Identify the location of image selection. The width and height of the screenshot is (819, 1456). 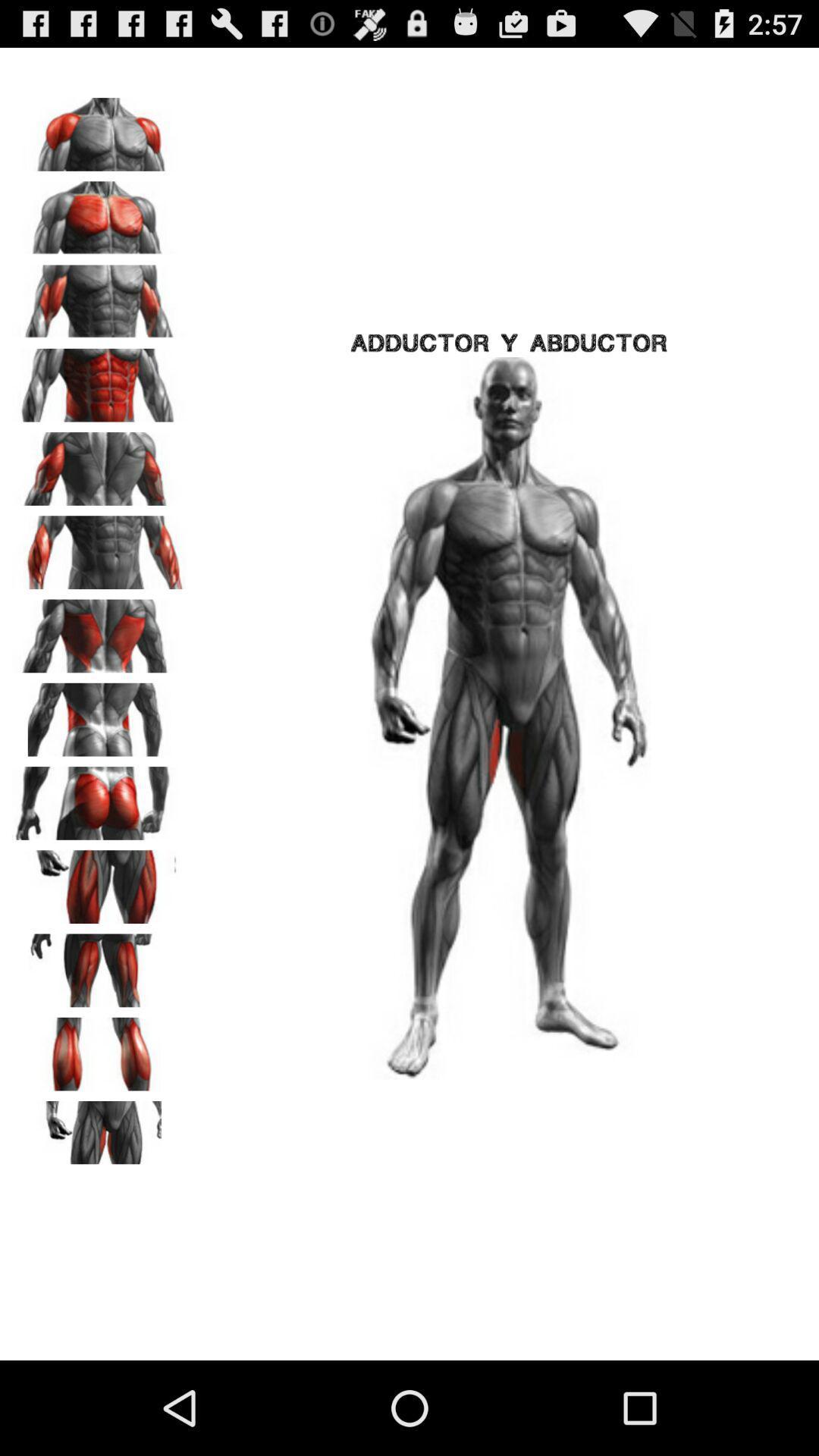
(99, 631).